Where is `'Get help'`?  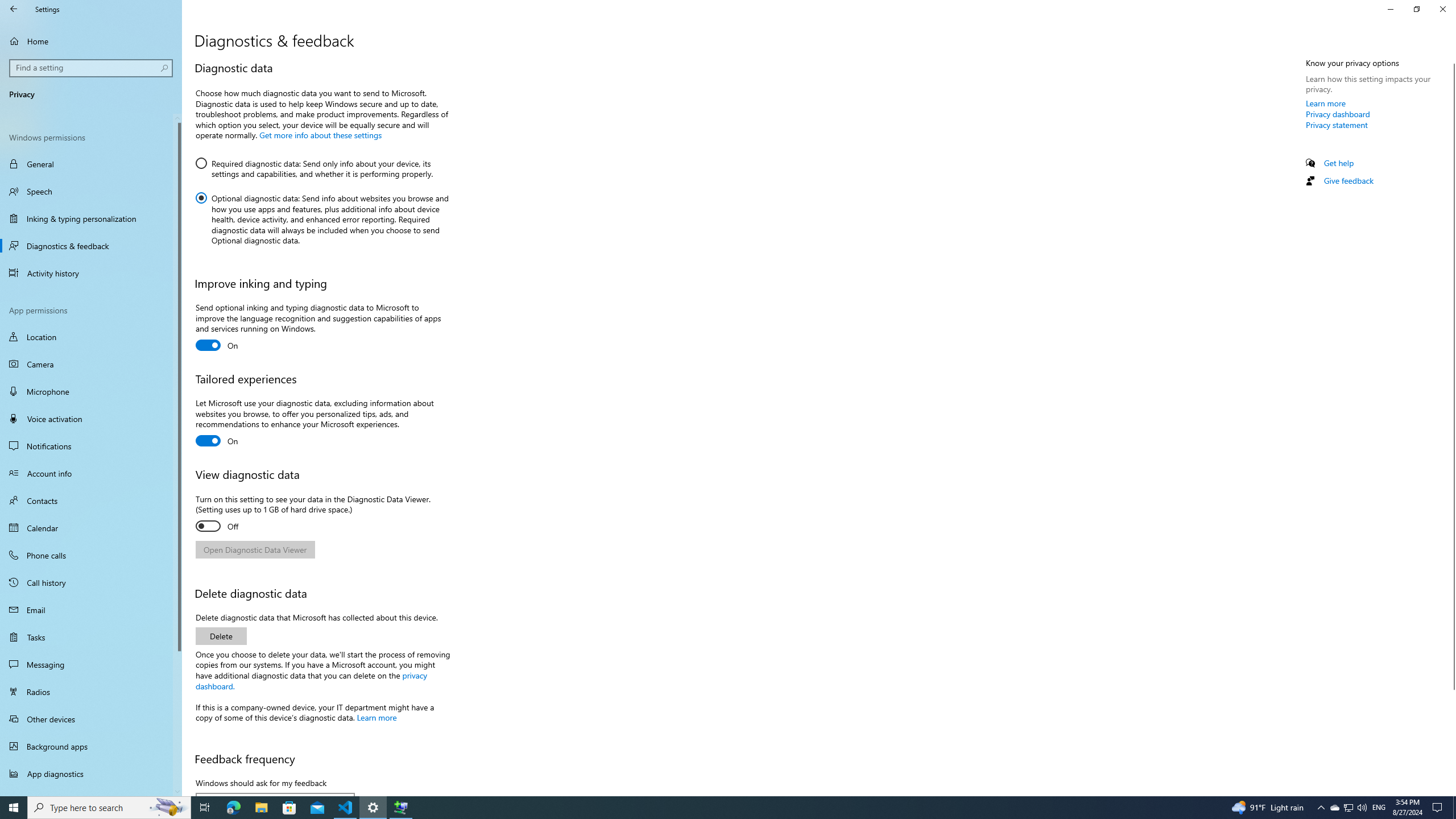
'Get help' is located at coordinates (1338, 163).